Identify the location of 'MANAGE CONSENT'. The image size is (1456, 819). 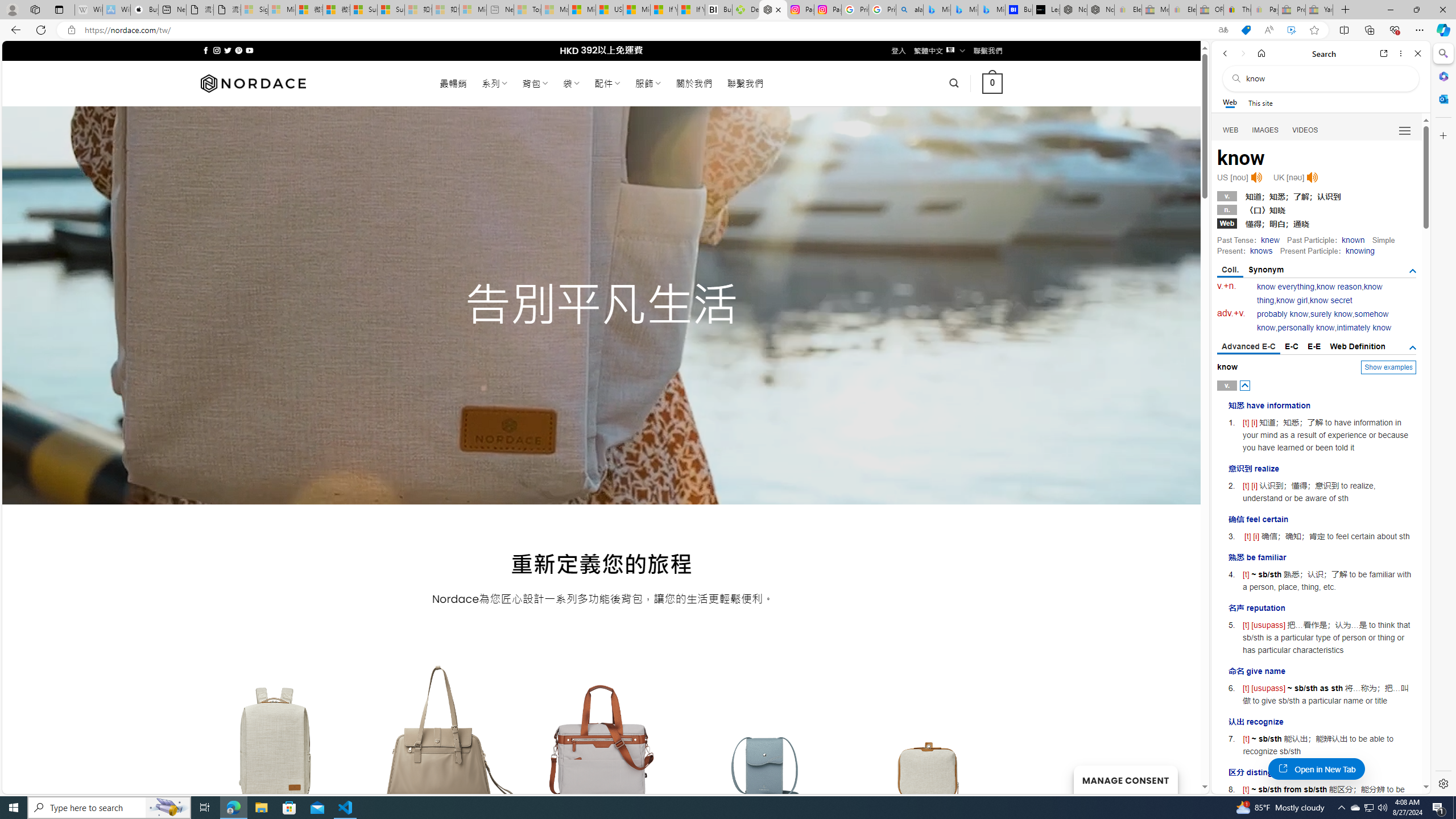
(1124, 779).